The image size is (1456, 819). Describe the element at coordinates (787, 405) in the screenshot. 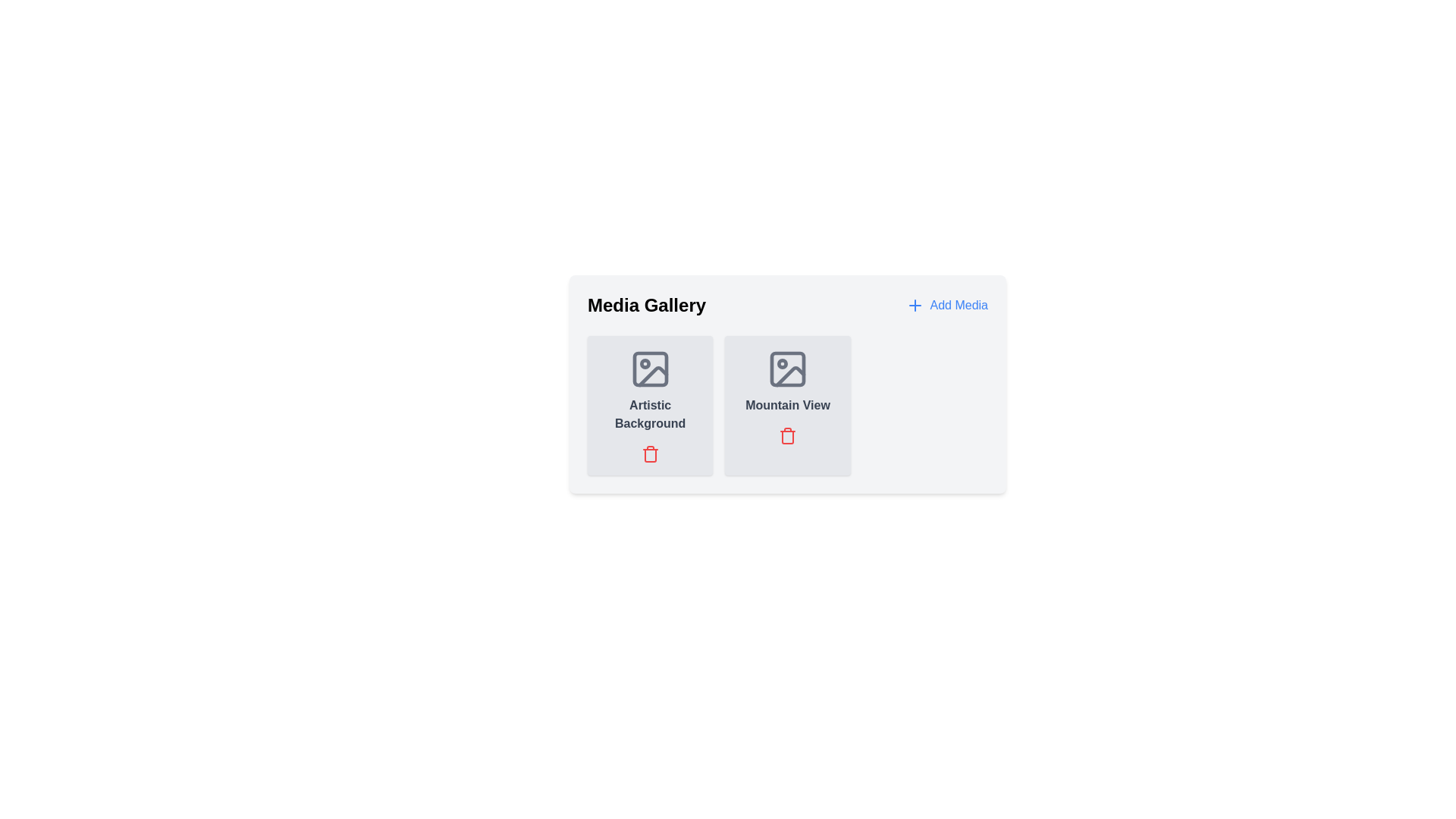

I see `the second card in the media gallery` at that location.